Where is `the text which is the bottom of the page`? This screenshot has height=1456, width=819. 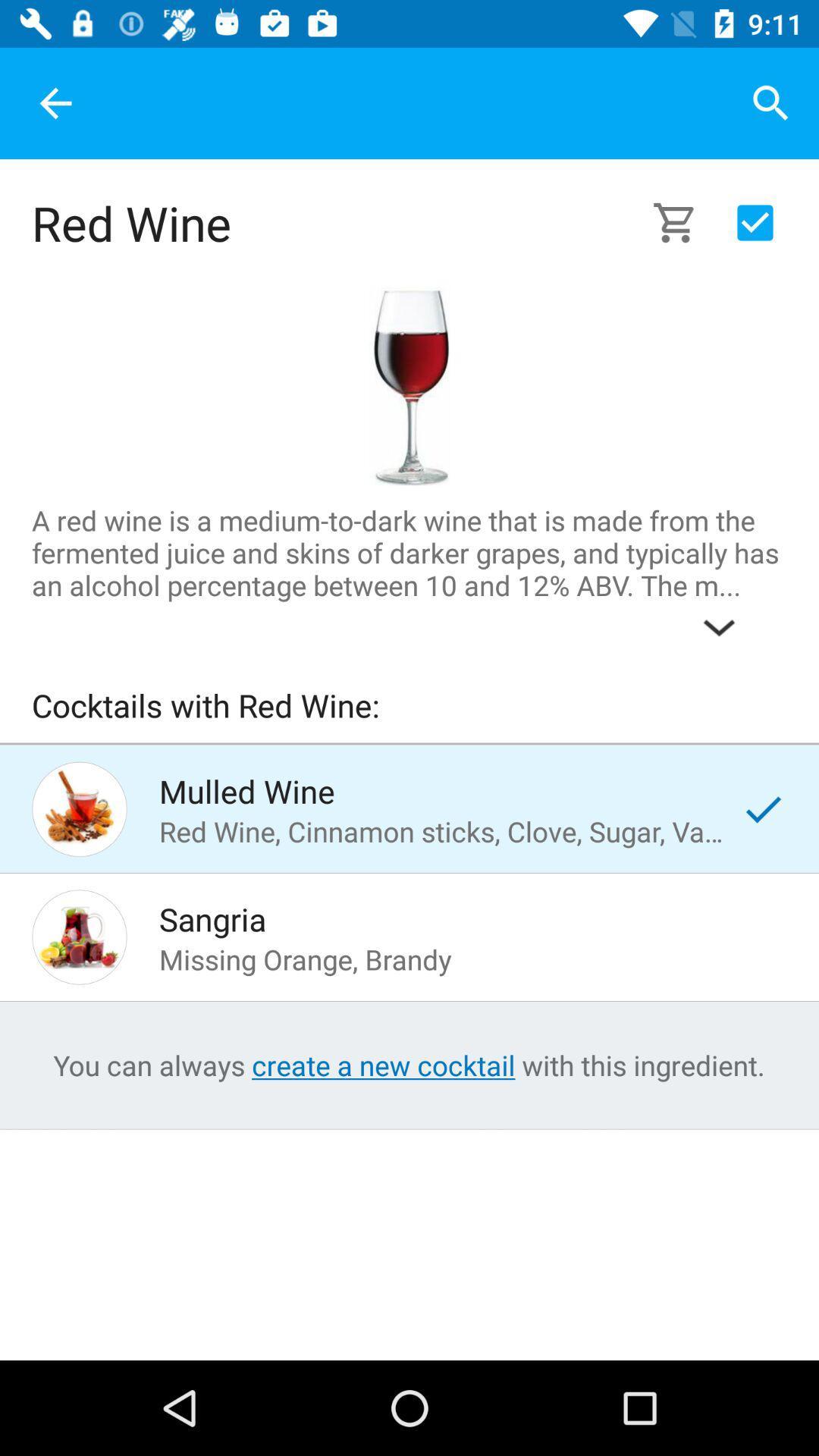 the text which is the bottom of the page is located at coordinates (409, 1065).